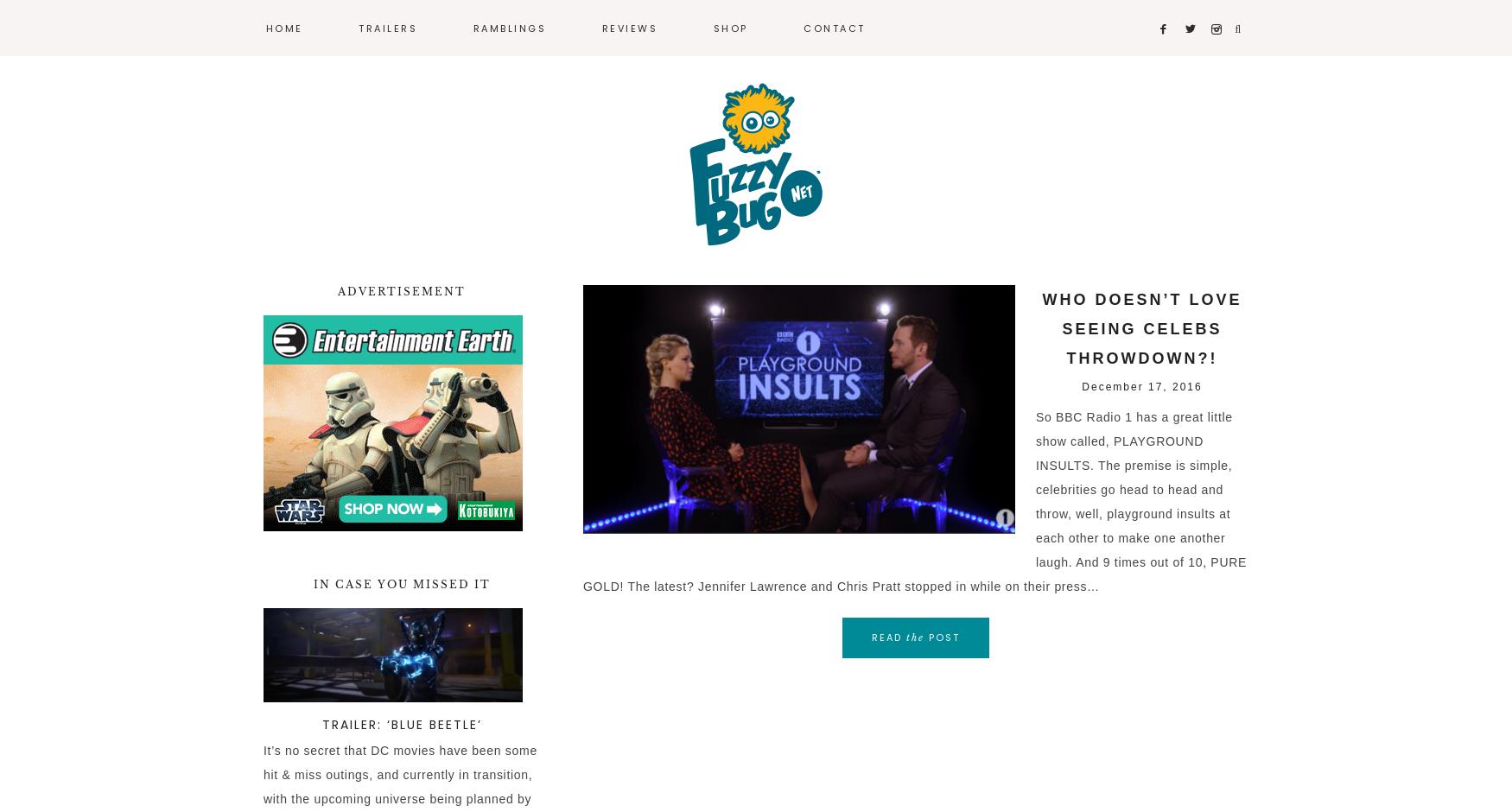  Describe the element at coordinates (490, 82) in the screenshot. I see `'Movies'` at that location.